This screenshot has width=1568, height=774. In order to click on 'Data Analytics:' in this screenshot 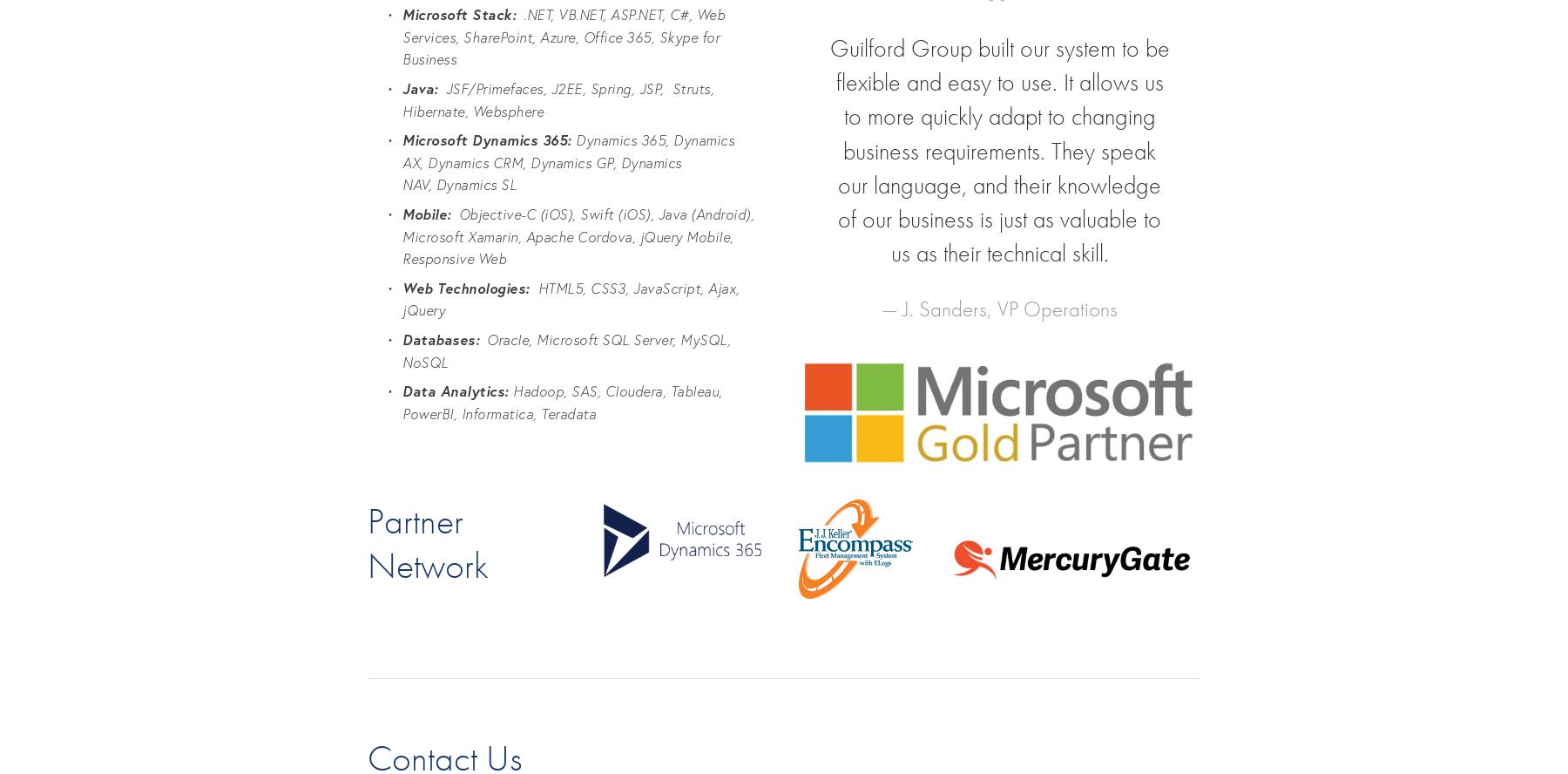, I will do `click(456, 390)`.